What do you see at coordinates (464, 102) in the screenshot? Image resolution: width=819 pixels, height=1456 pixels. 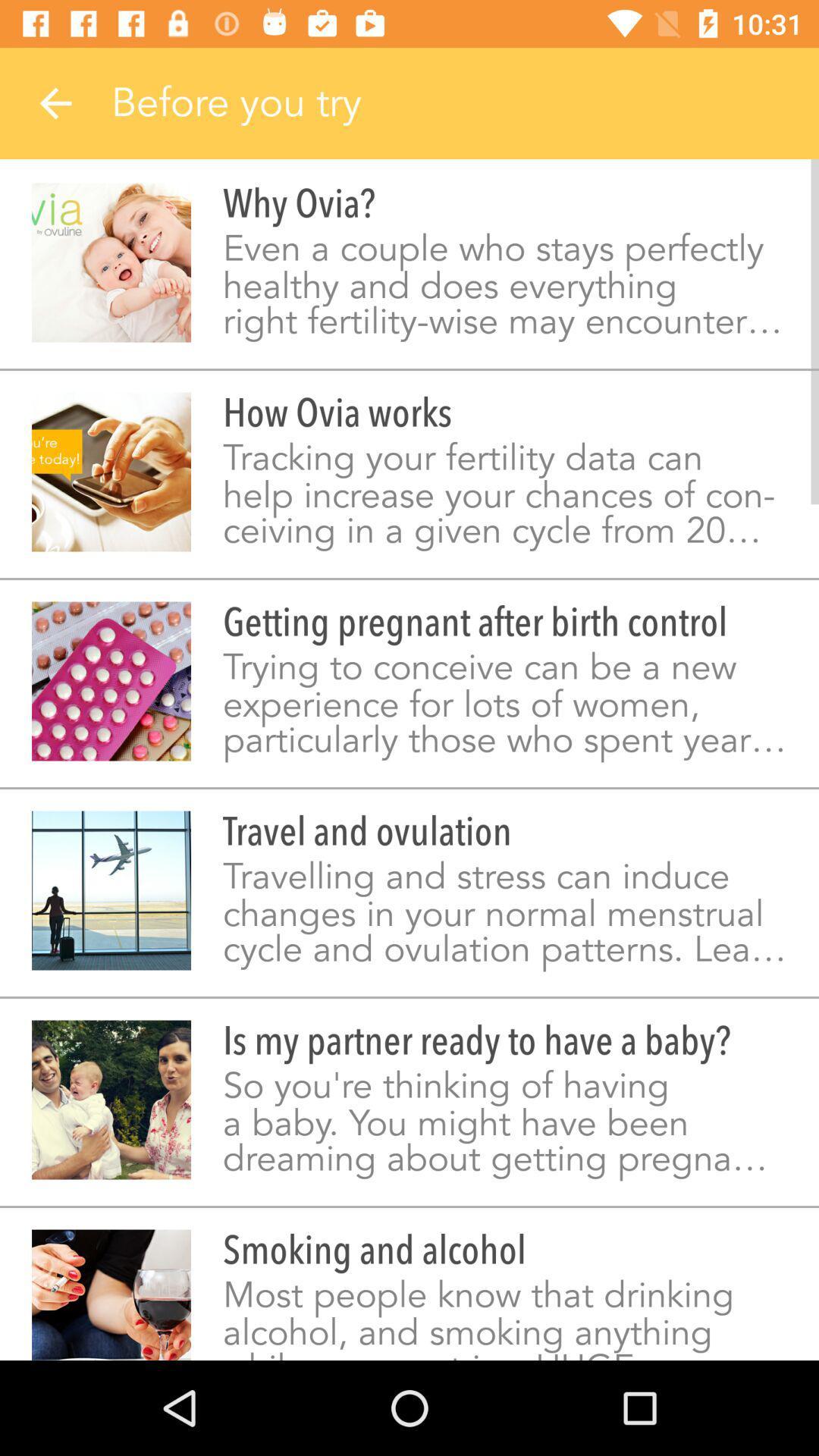 I see `the text beside the back button` at bounding box center [464, 102].